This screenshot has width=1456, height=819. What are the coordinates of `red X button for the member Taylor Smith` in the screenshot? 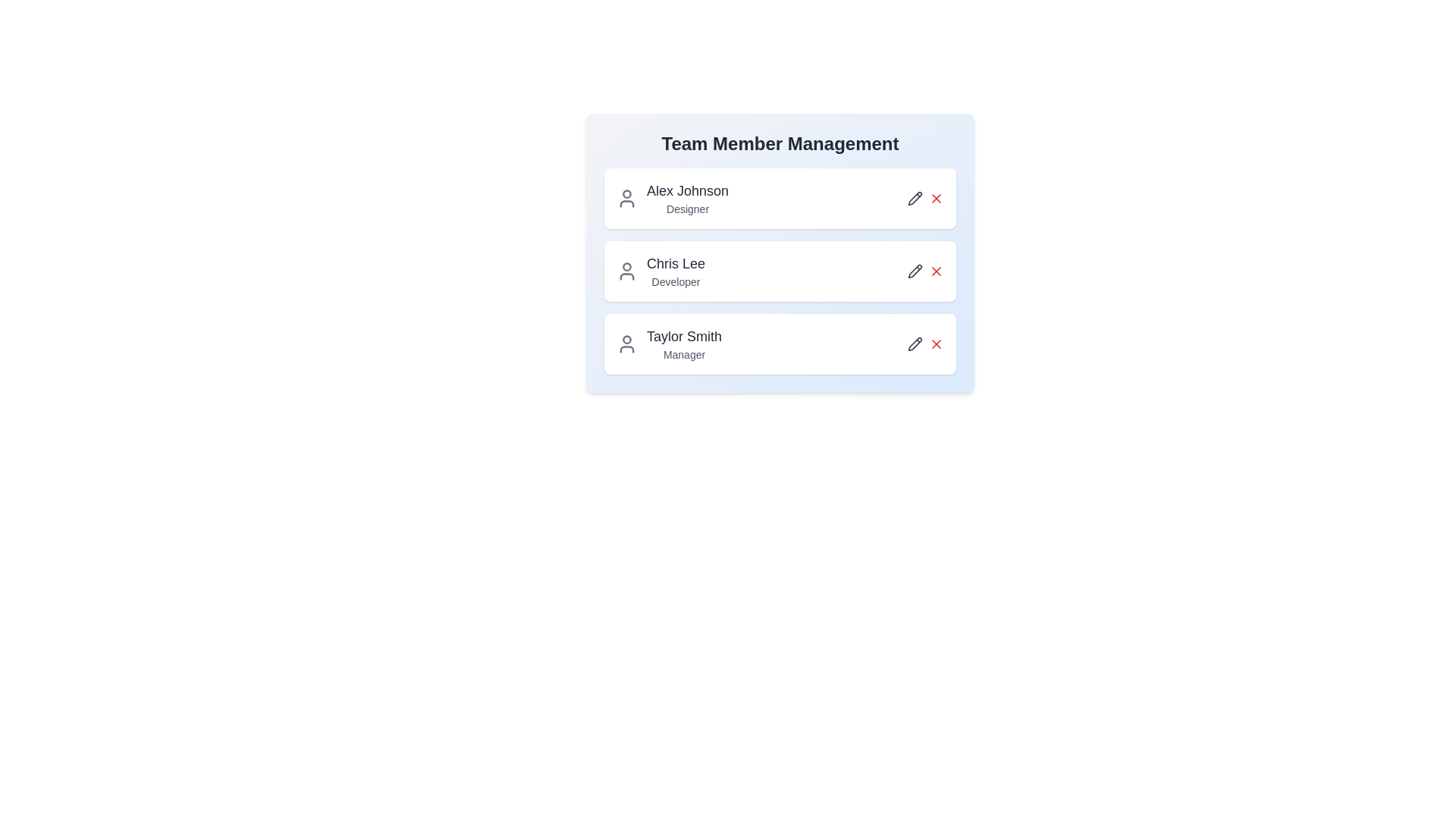 It's located at (935, 344).